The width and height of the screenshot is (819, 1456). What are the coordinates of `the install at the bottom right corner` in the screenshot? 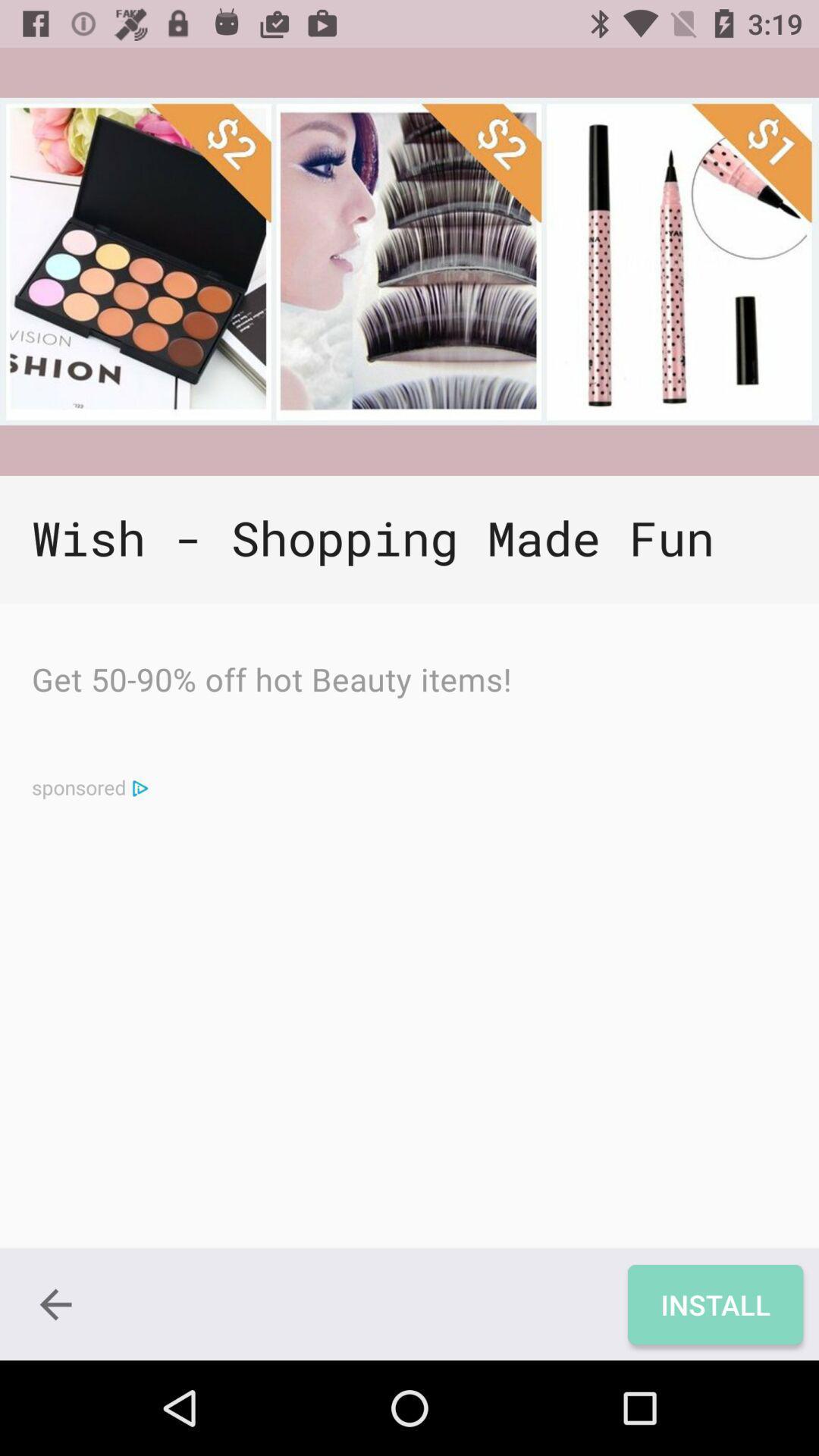 It's located at (715, 1304).